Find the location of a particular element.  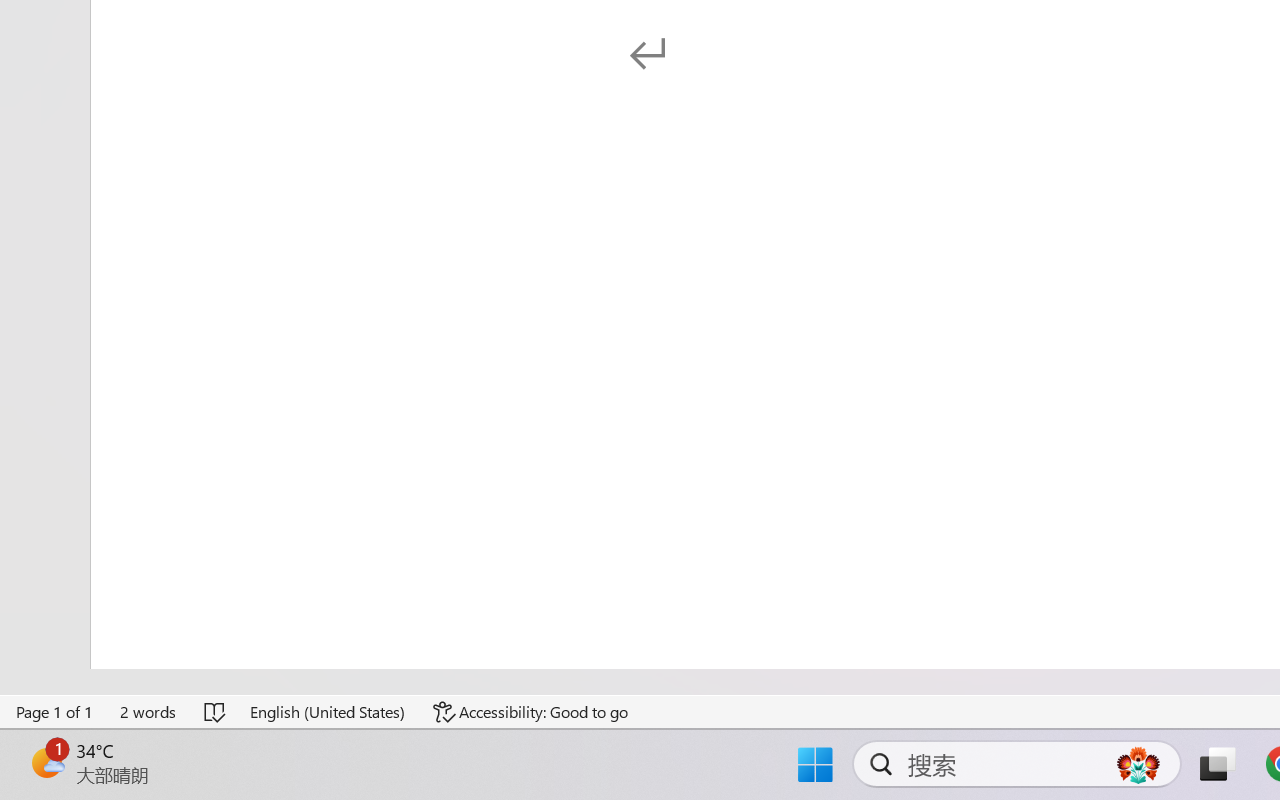

'AutomationID: BadgeAnchorLargeTicker' is located at coordinates (46, 762).